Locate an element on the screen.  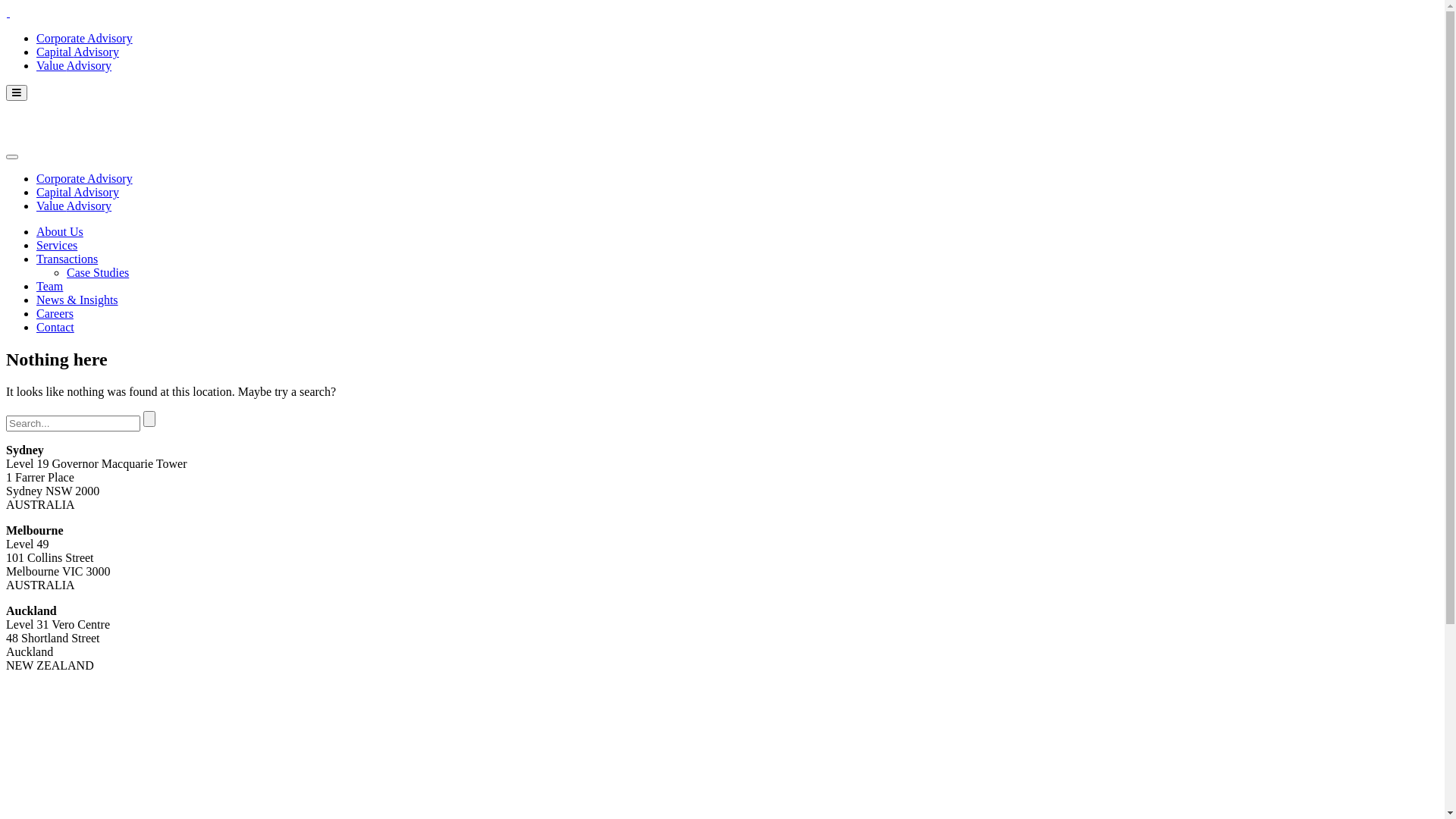
'Careers' is located at coordinates (55, 312).